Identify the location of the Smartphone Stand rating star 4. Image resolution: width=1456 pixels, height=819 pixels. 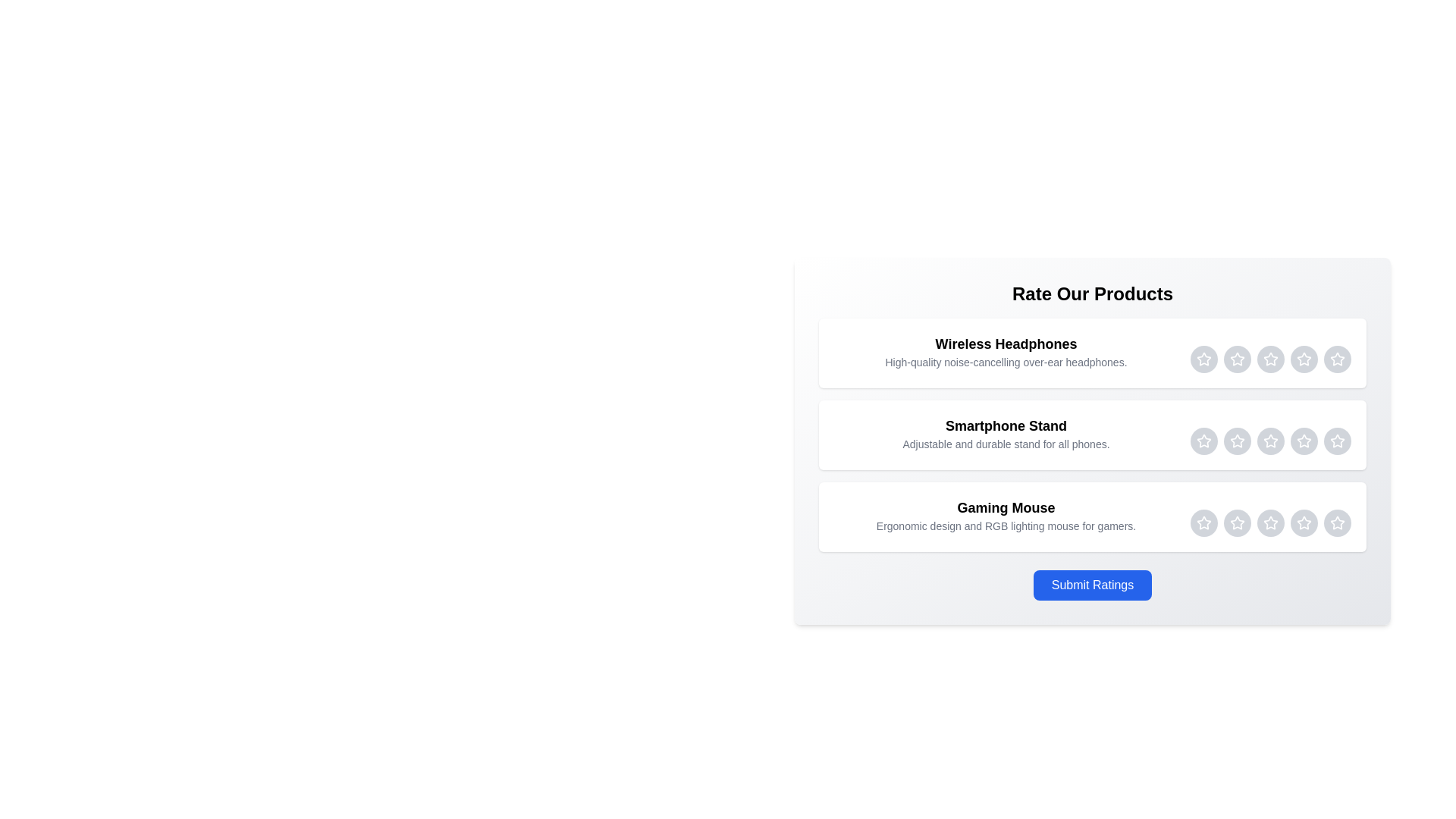
(1303, 441).